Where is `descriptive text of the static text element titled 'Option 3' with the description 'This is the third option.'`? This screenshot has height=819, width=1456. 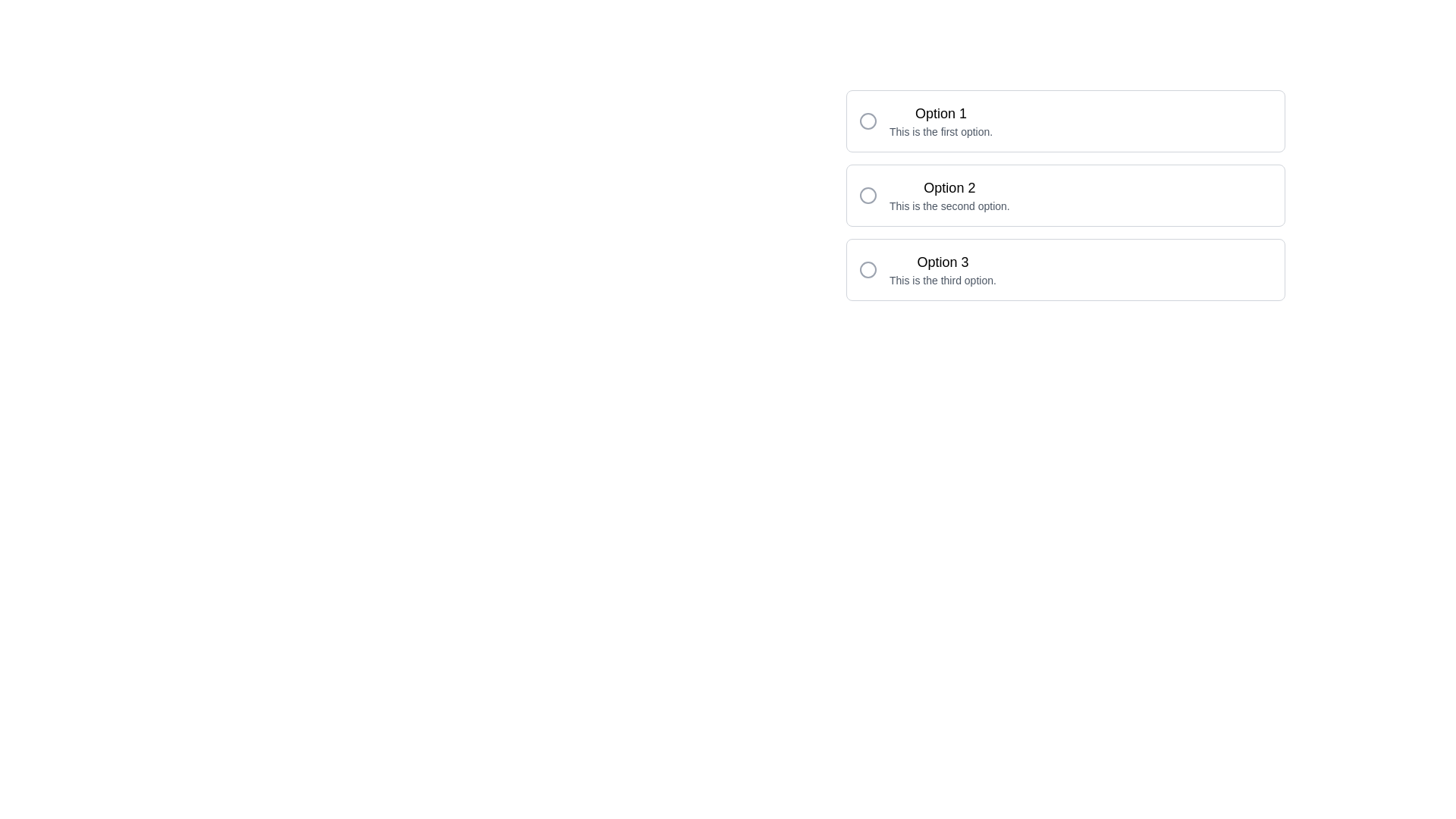 descriptive text of the static text element titled 'Option 3' with the description 'This is the third option.' is located at coordinates (942, 268).